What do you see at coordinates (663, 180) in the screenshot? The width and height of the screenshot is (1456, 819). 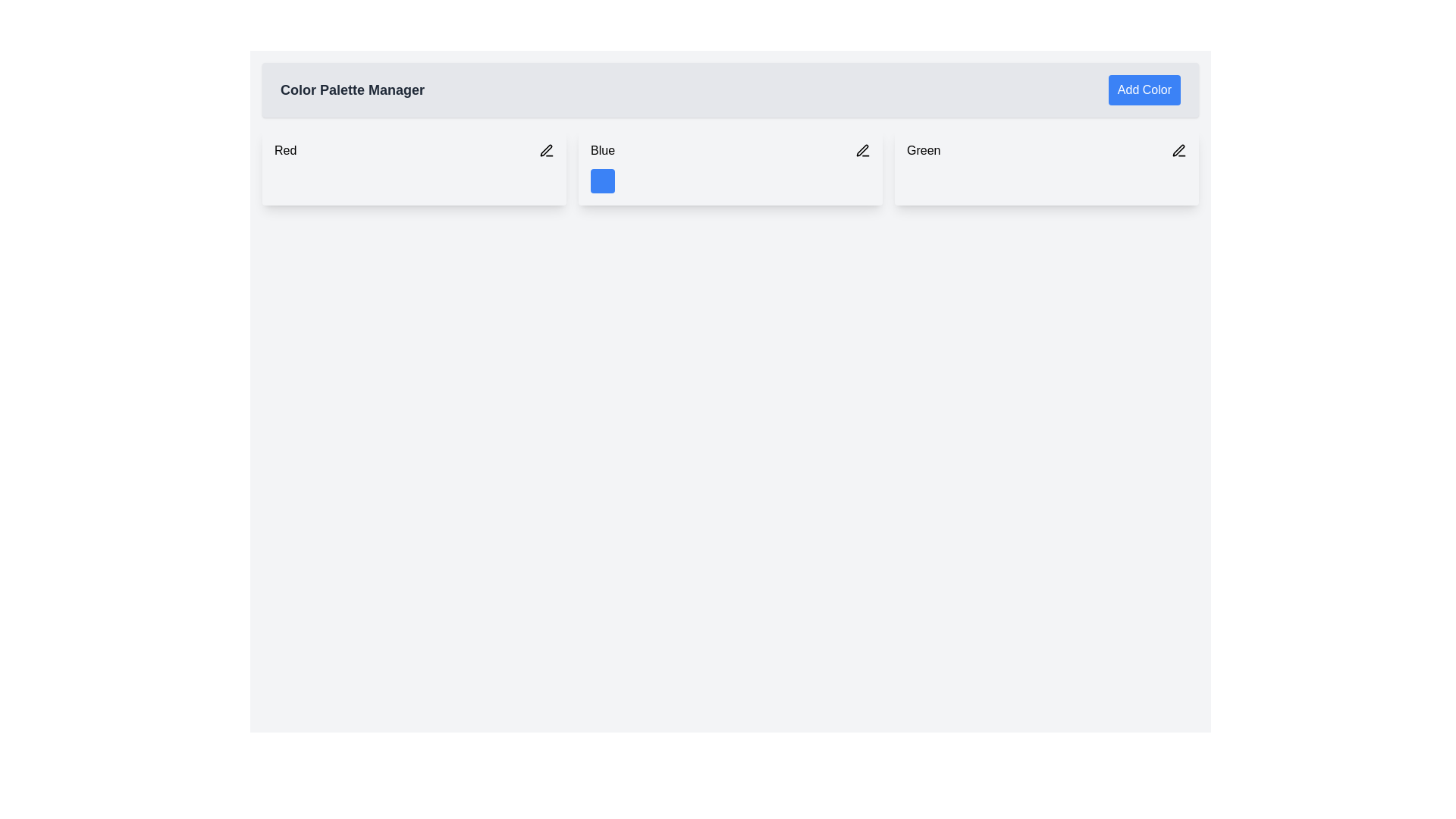 I see `the light blue square, which is the third in a sequence of three horizontally aligned squares` at bounding box center [663, 180].